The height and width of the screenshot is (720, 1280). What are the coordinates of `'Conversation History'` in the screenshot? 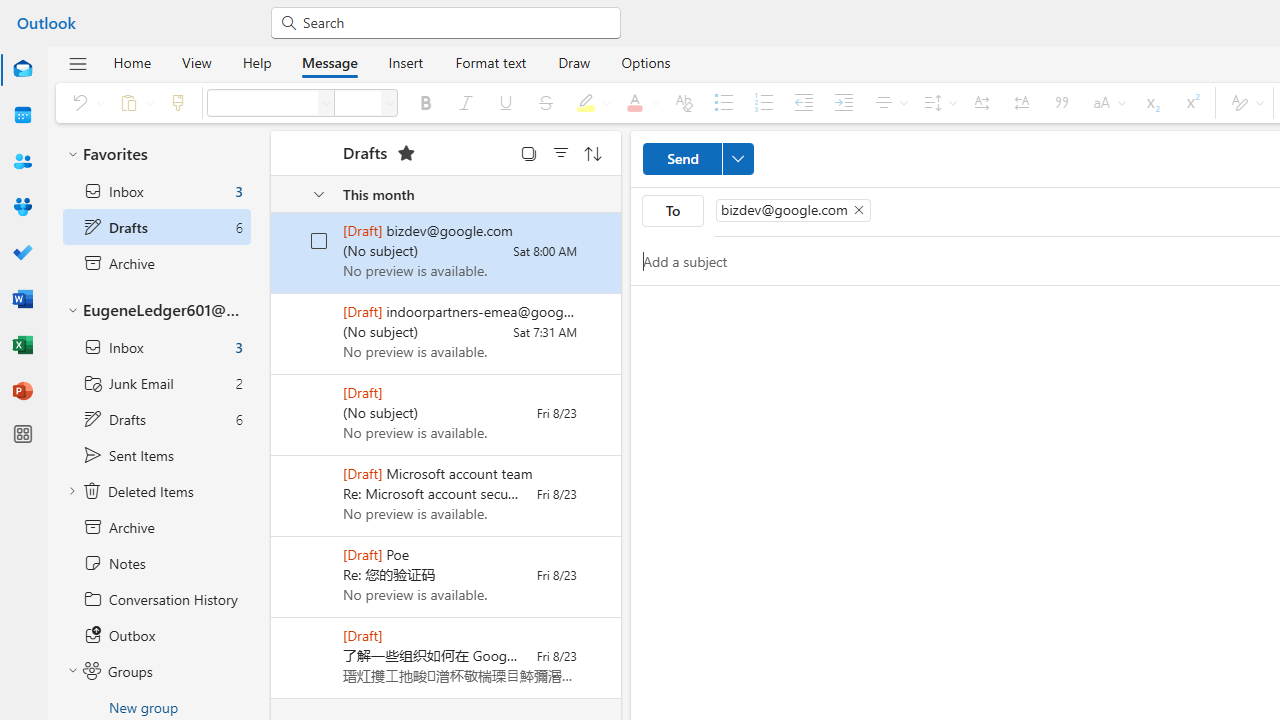 It's located at (155, 598).